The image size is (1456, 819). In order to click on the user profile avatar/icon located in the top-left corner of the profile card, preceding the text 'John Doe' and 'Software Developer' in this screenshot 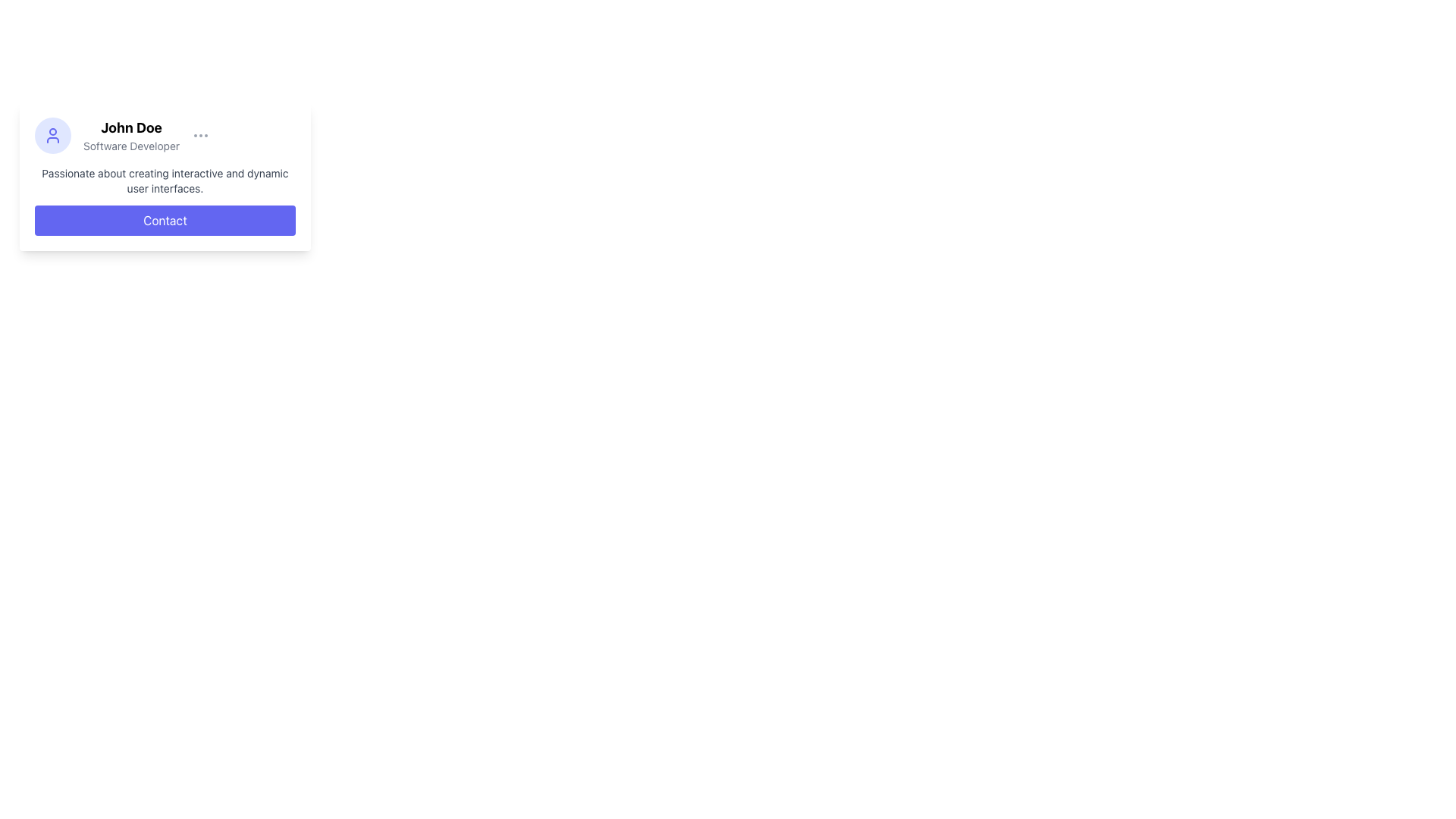, I will do `click(53, 134)`.